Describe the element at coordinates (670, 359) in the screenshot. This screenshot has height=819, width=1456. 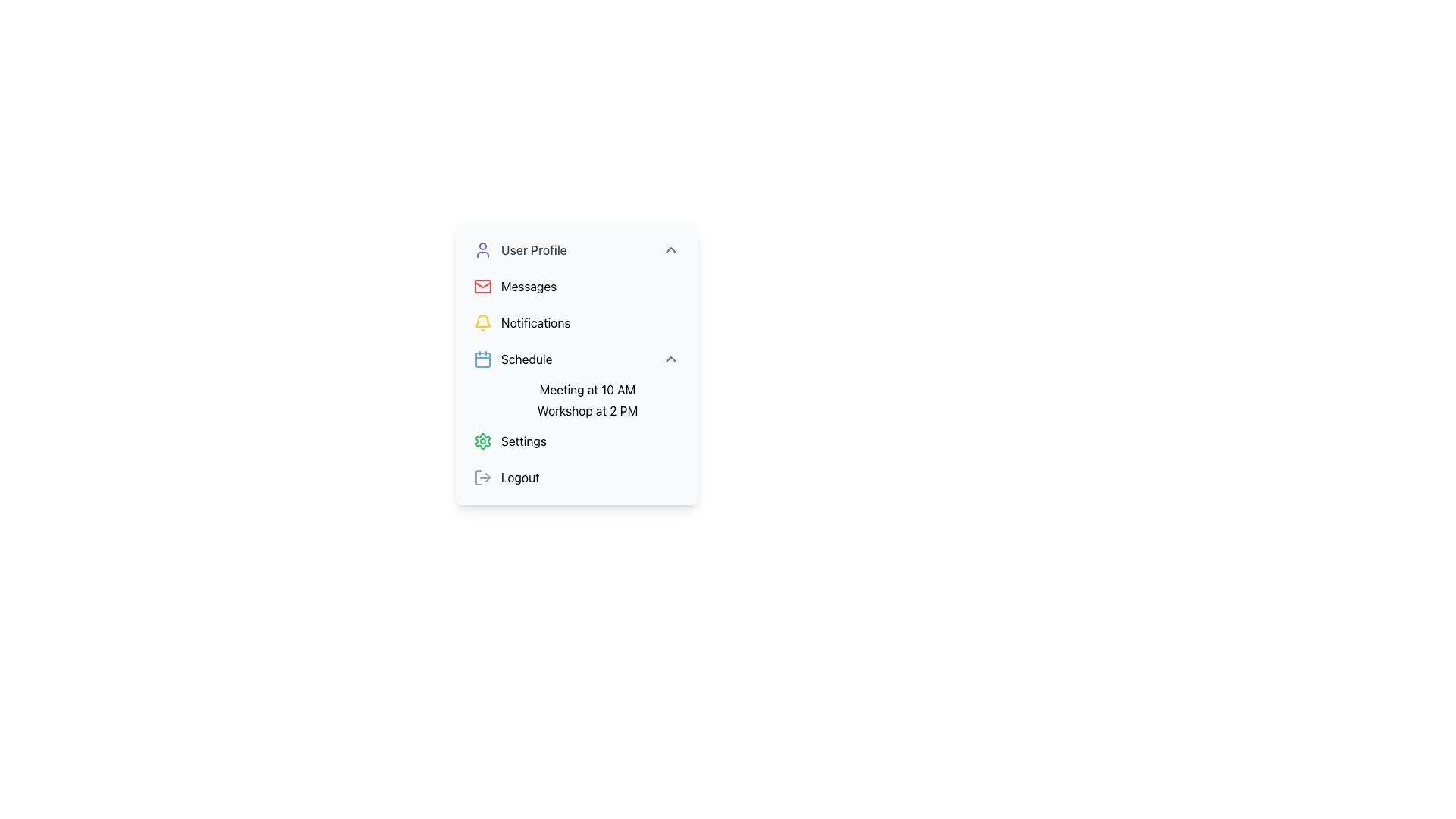
I see `the expand/collapse indicator icon for the 'Schedule' item to trigger the tooltip or highlight effects` at that location.